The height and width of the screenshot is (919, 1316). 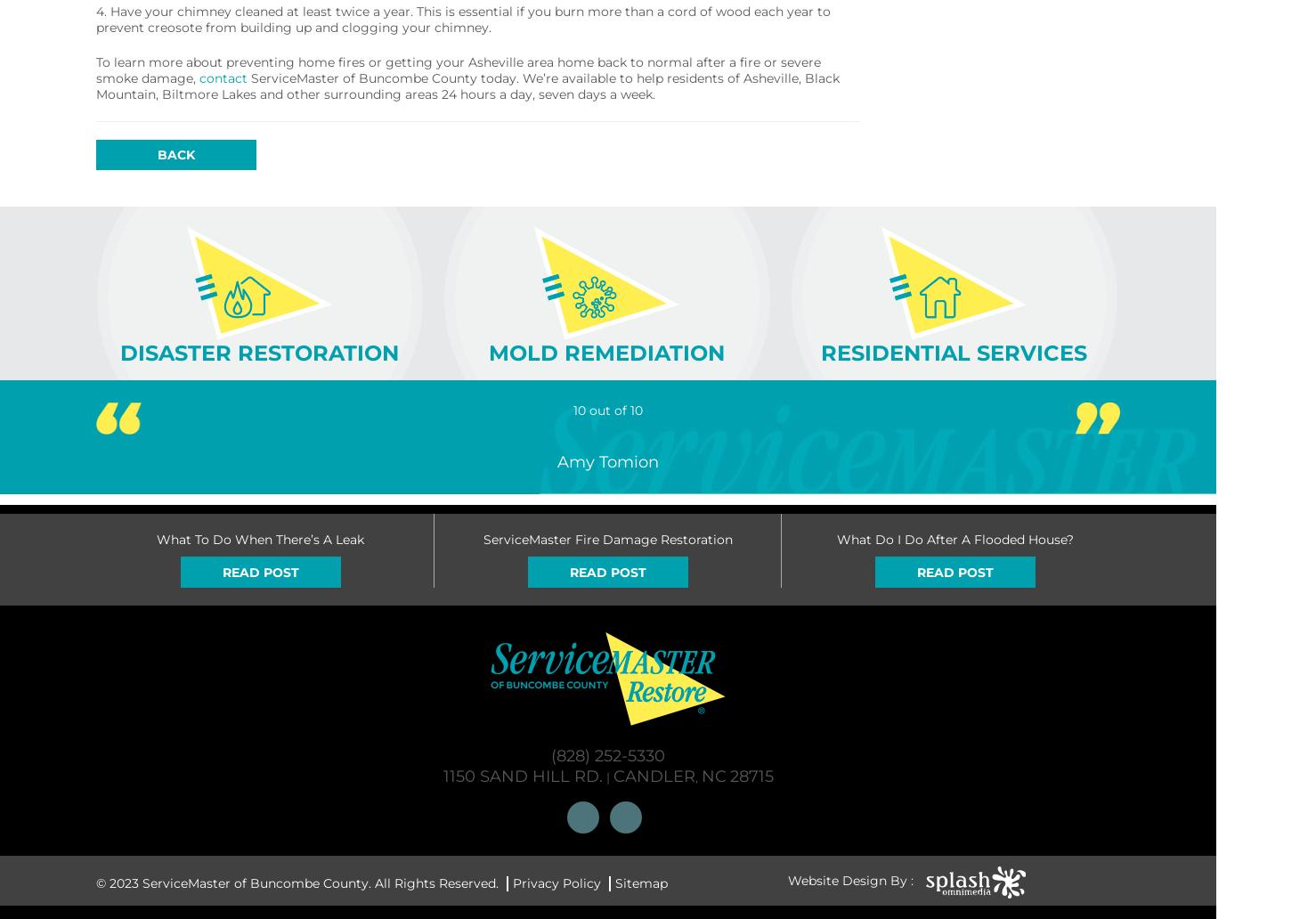 I want to click on '4. Have your chimney cleaned at least twice a year. This is essential if you burn more than a cord of wood each year to prevent creosote from building up and clogging your chimney.', so click(x=463, y=19).